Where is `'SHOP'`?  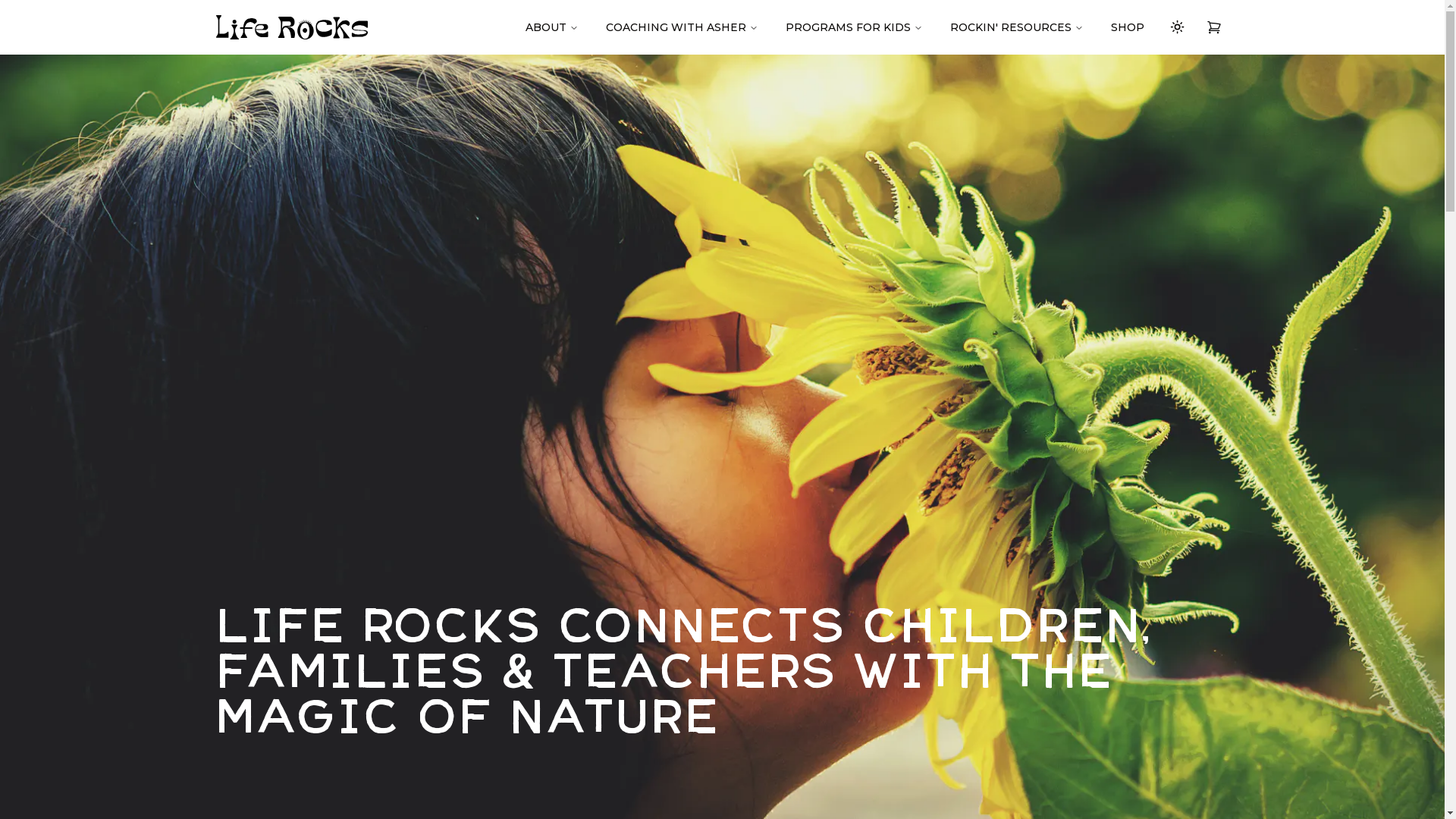
'SHOP' is located at coordinates (1127, 27).